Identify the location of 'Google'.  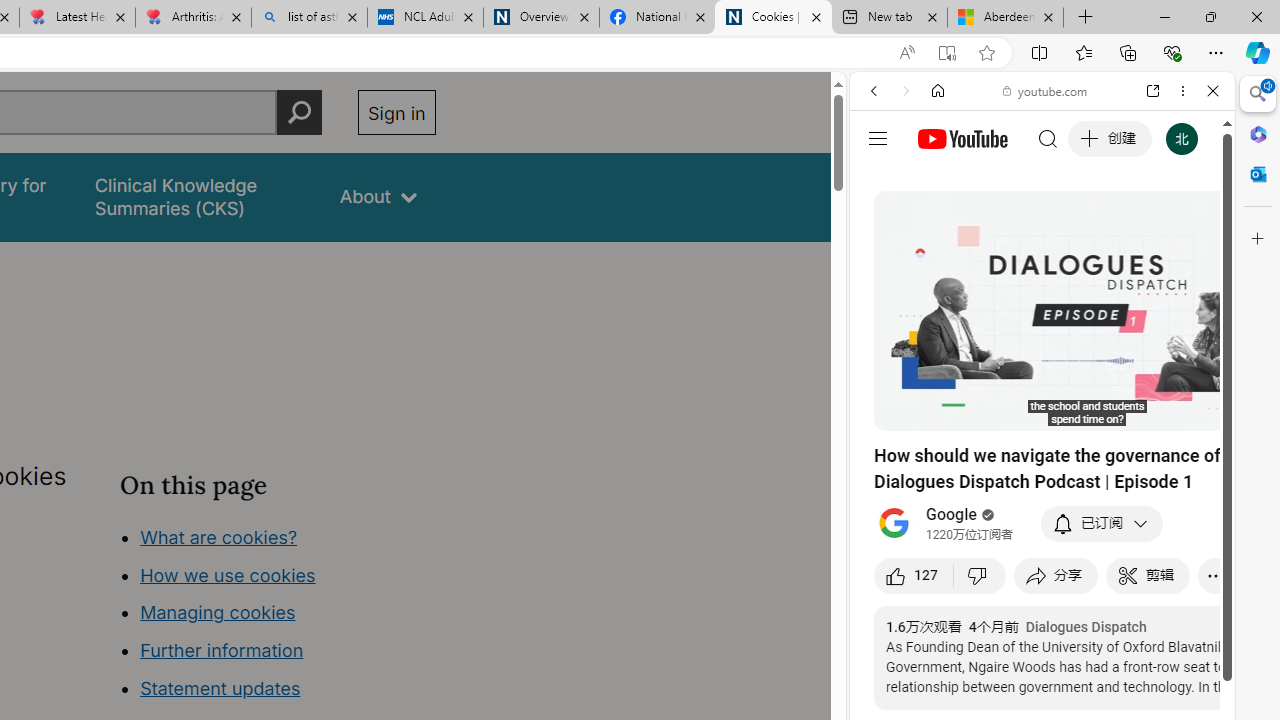
(951, 514).